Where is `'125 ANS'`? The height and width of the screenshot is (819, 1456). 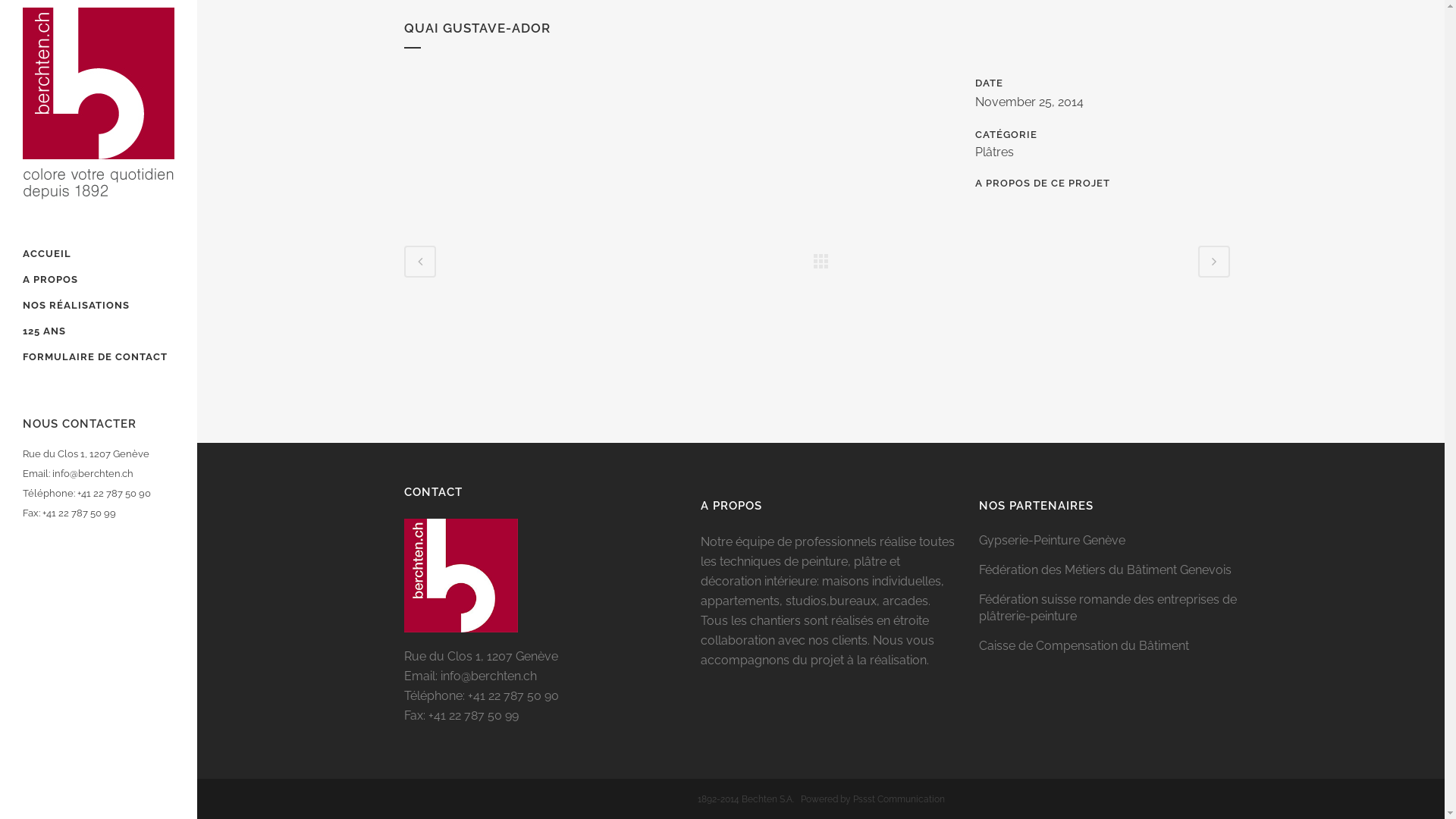
'125 ANS' is located at coordinates (22, 330).